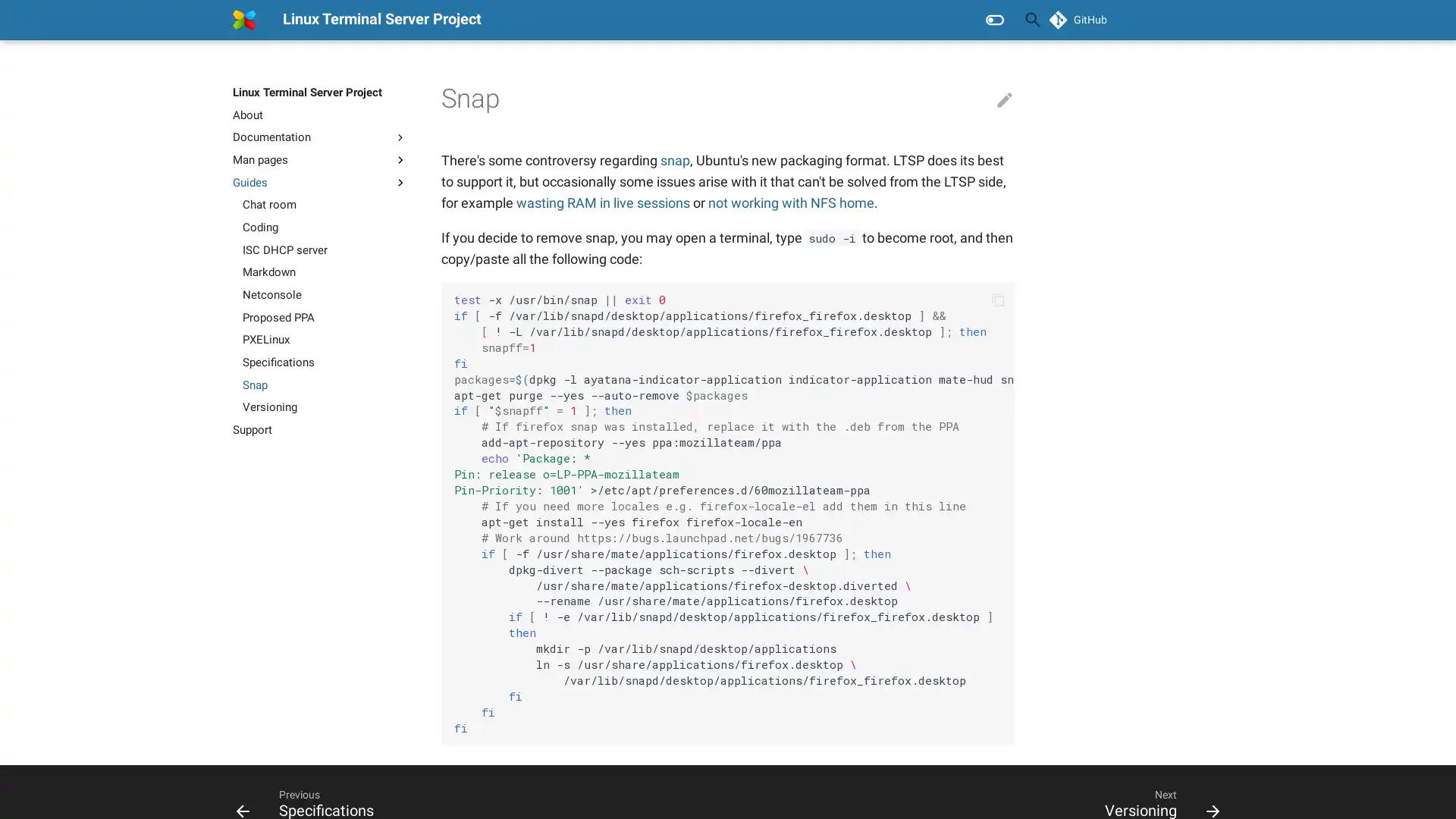 This screenshot has height=819, width=1456. What do you see at coordinates (996, 20) in the screenshot?
I see `Clear` at bounding box center [996, 20].